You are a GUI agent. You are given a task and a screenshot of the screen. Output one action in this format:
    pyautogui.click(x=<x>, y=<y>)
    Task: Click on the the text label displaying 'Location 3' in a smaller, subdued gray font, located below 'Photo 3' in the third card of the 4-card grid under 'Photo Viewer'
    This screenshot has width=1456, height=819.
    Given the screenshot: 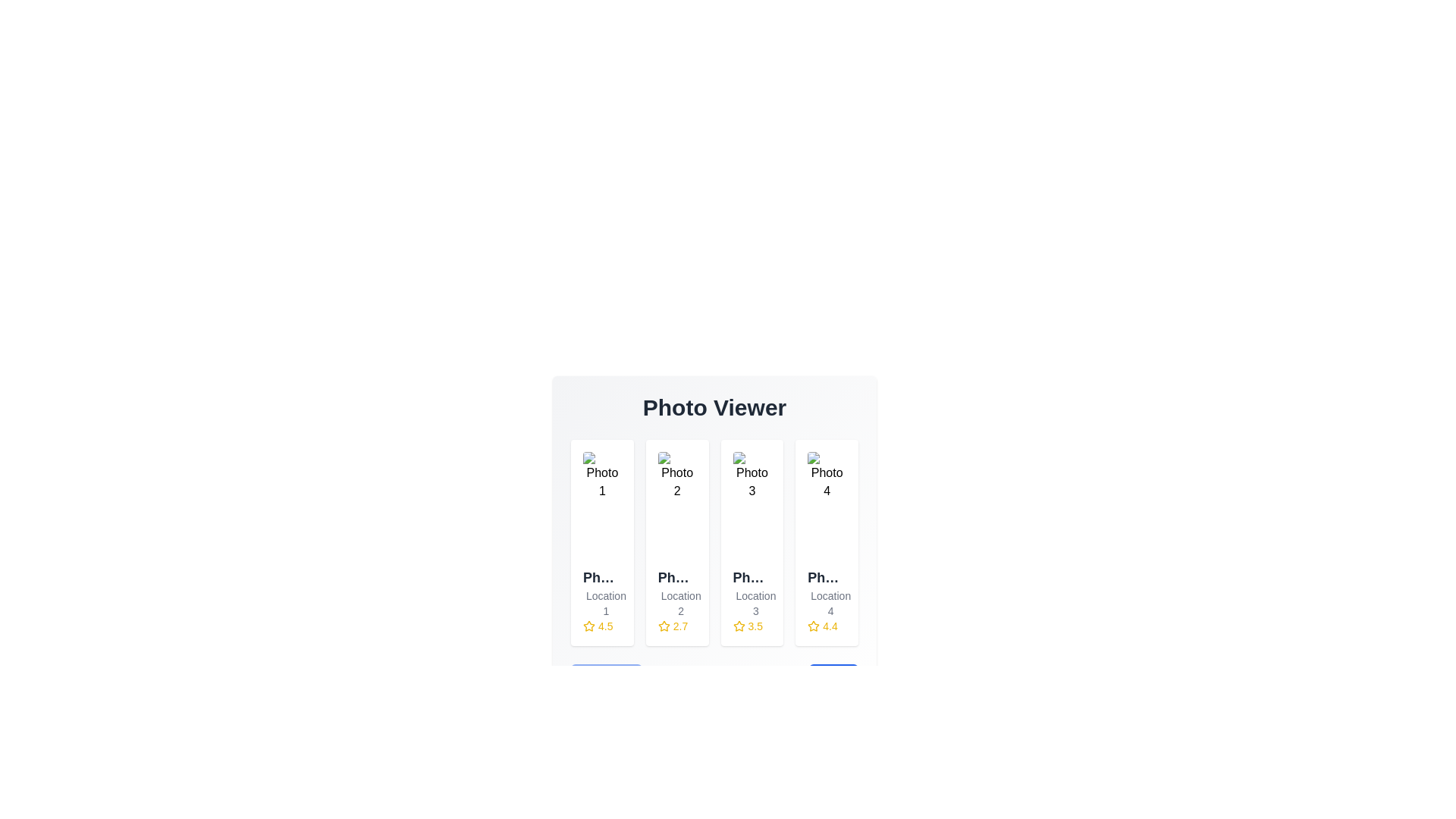 What is the action you would take?
    pyautogui.click(x=752, y=602)
    